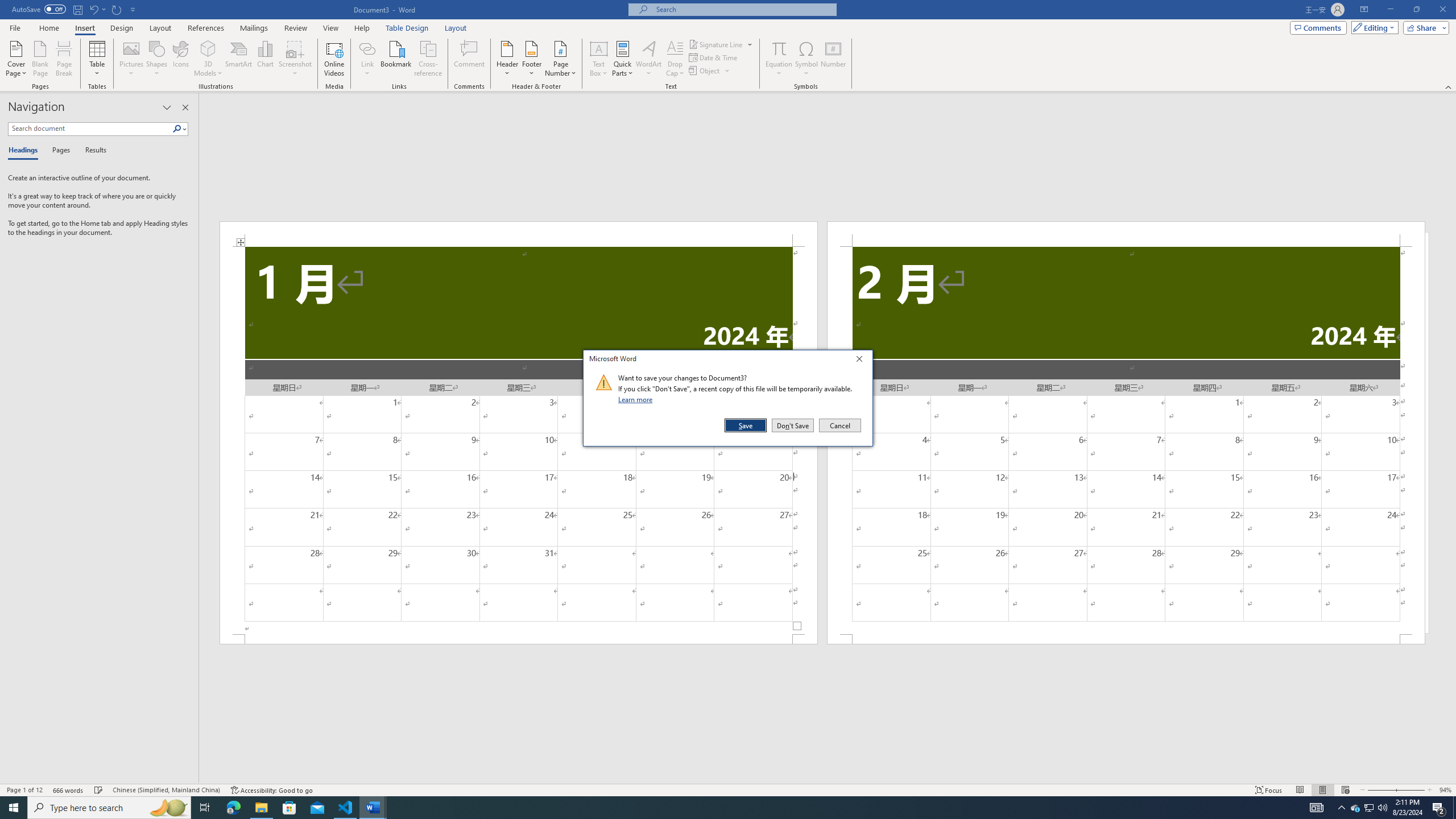 The image size is (1456, 819). What do you see at coordinates (1372, 27) in the screenshot?
I see `'Mode'` at bounding box center [1372, 27].